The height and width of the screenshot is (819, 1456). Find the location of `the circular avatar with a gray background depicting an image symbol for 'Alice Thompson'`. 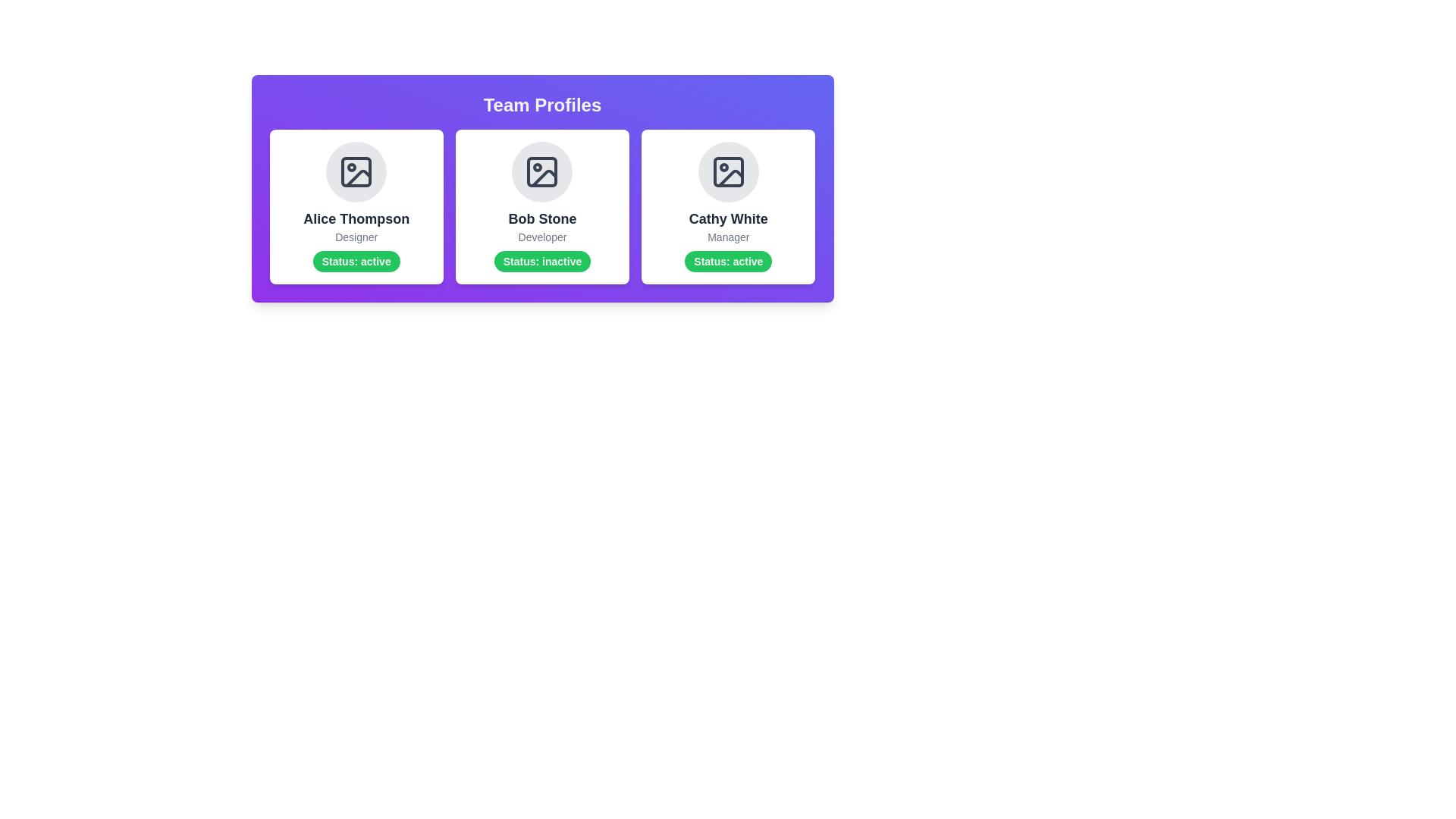

the circular avatar with a gray background depicting an image symbol for 'Alice Thompson' is located at coordinates (356, 171).